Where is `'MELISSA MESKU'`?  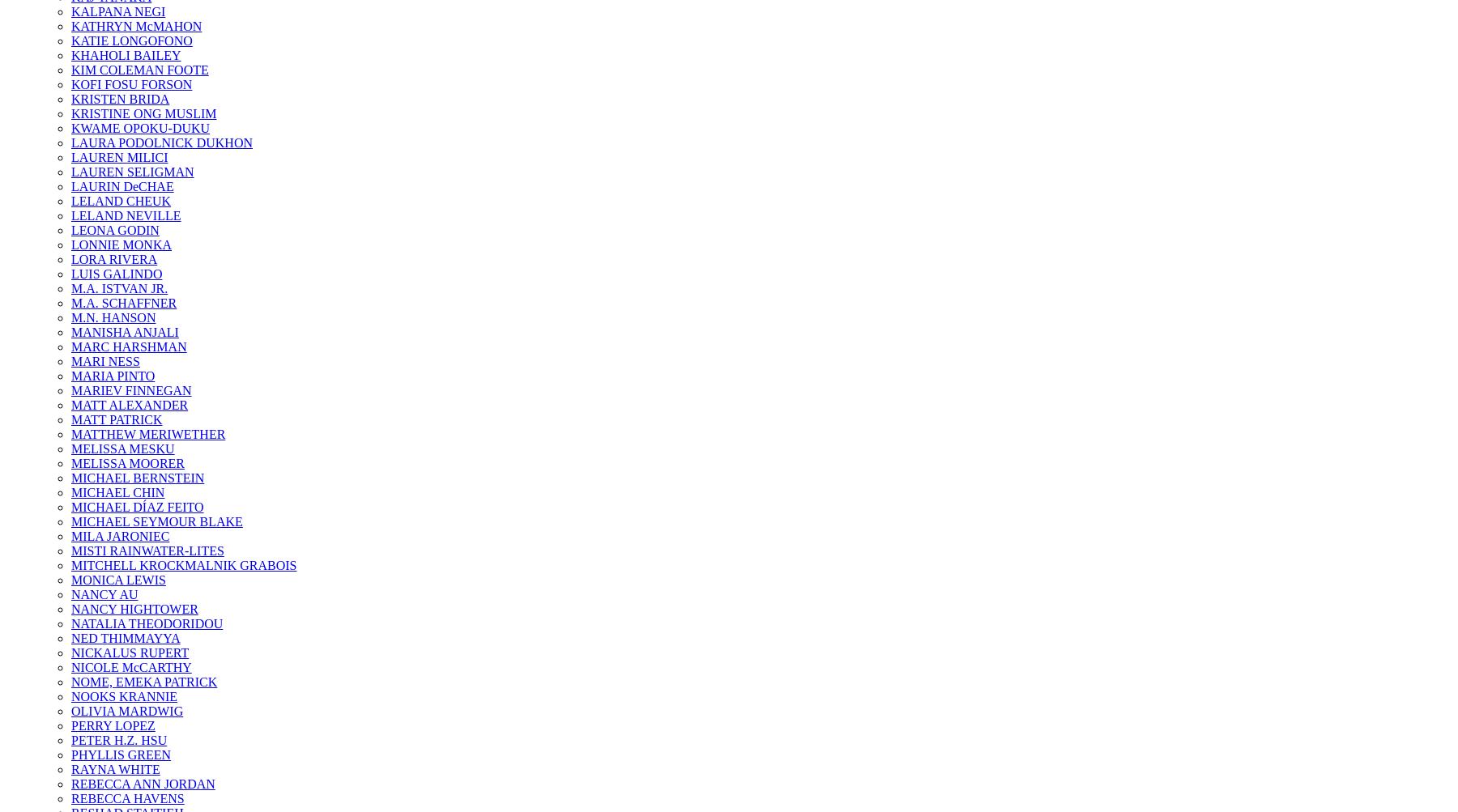 'MELISSA MESKU' is located at coordinates (122, 448).